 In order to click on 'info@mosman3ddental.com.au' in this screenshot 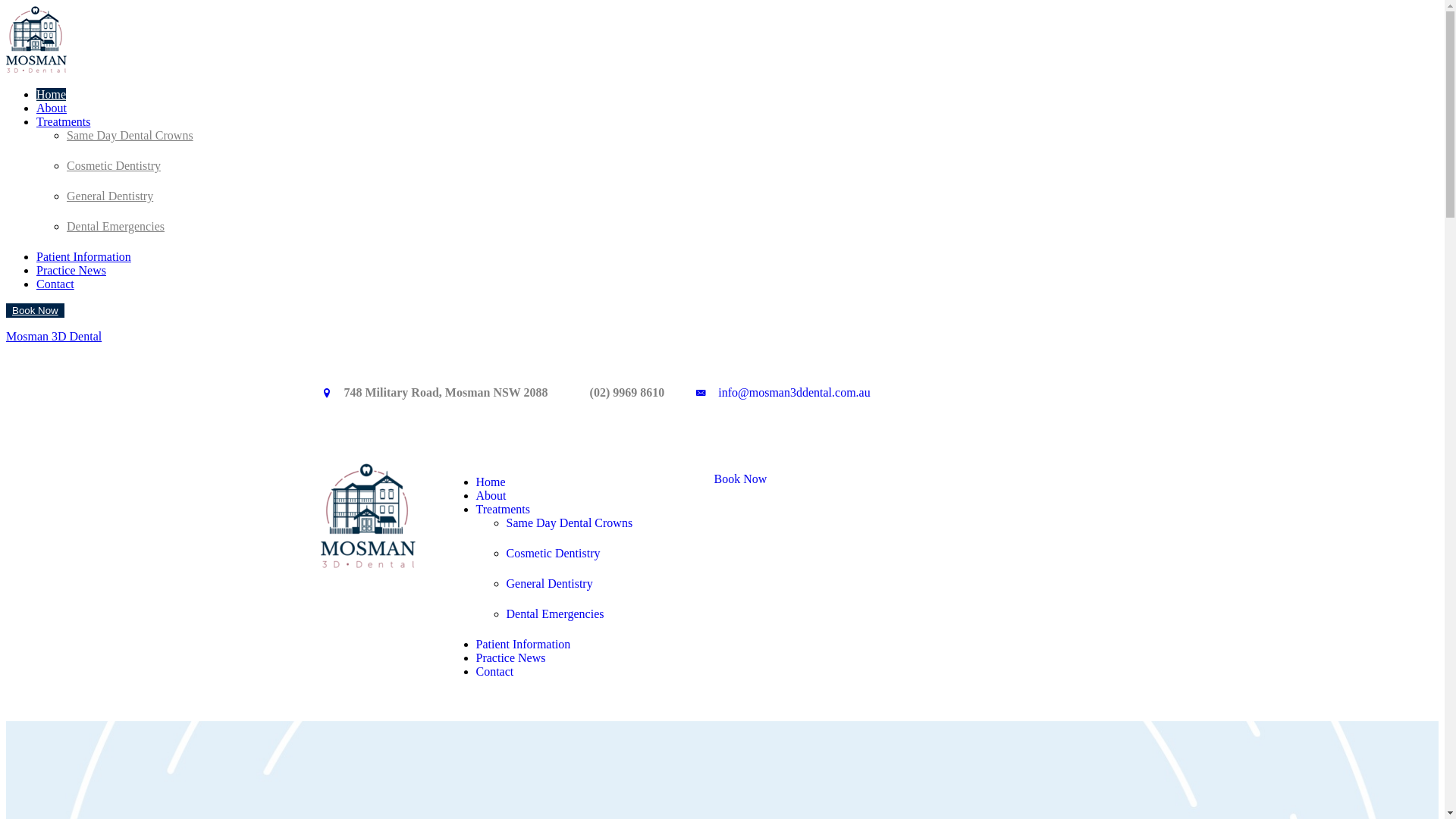, I will do `click(792, 391)`.